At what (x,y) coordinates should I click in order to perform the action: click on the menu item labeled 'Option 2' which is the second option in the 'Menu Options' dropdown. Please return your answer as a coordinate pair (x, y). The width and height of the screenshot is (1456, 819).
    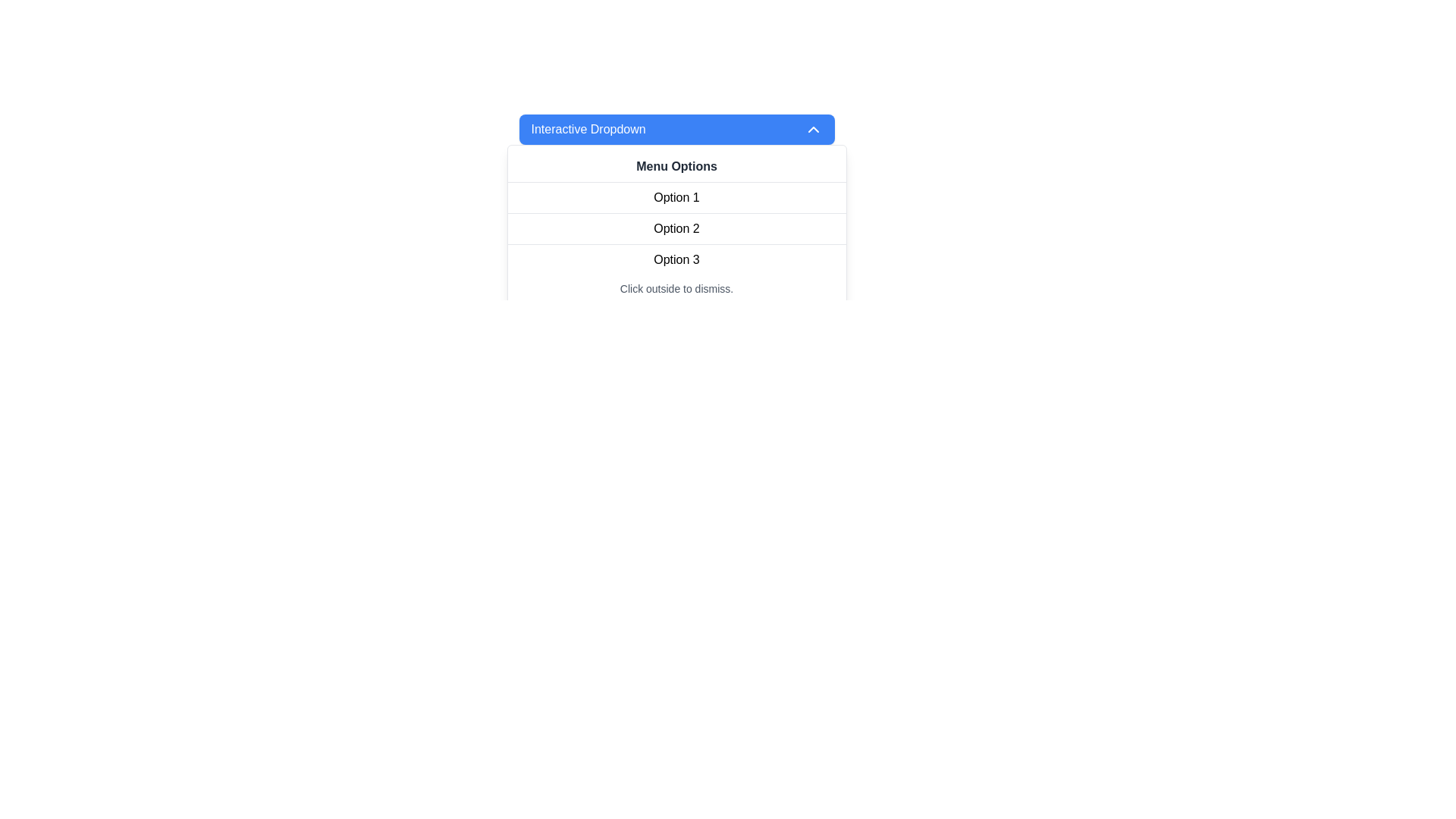
    Looking at the image, I should click on (676, 228).